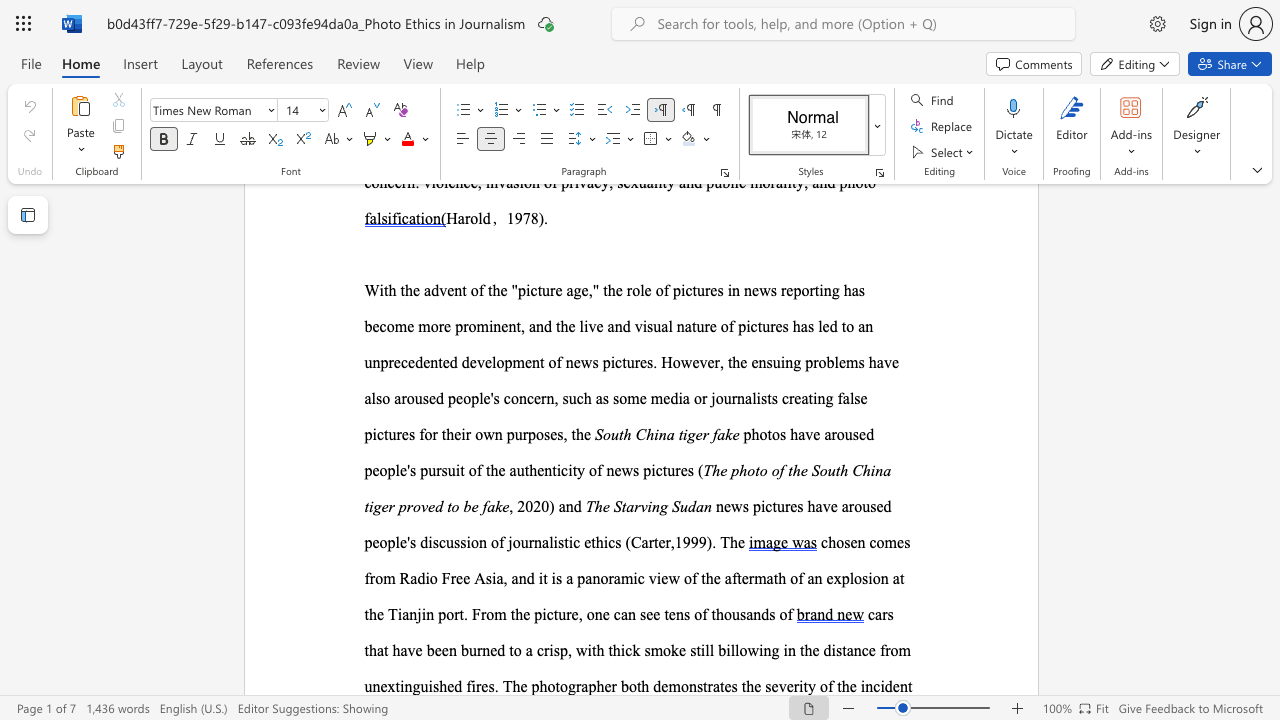 The image size is (1280, 720). What do you see at coordinates (580, 685) in the screenshot?
I see `the subset text "ap" within the text "photographer"` at bounding box center [580, 685].